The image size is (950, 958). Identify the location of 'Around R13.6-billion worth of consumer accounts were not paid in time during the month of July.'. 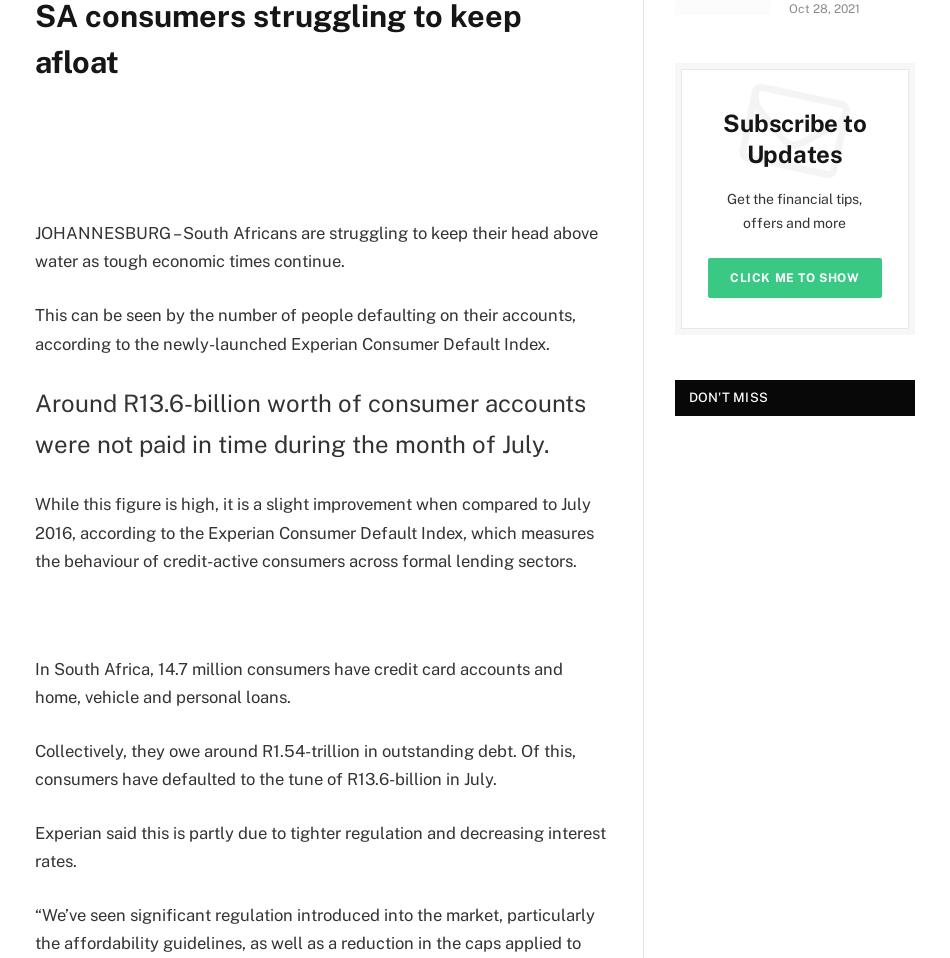
(34, 423).